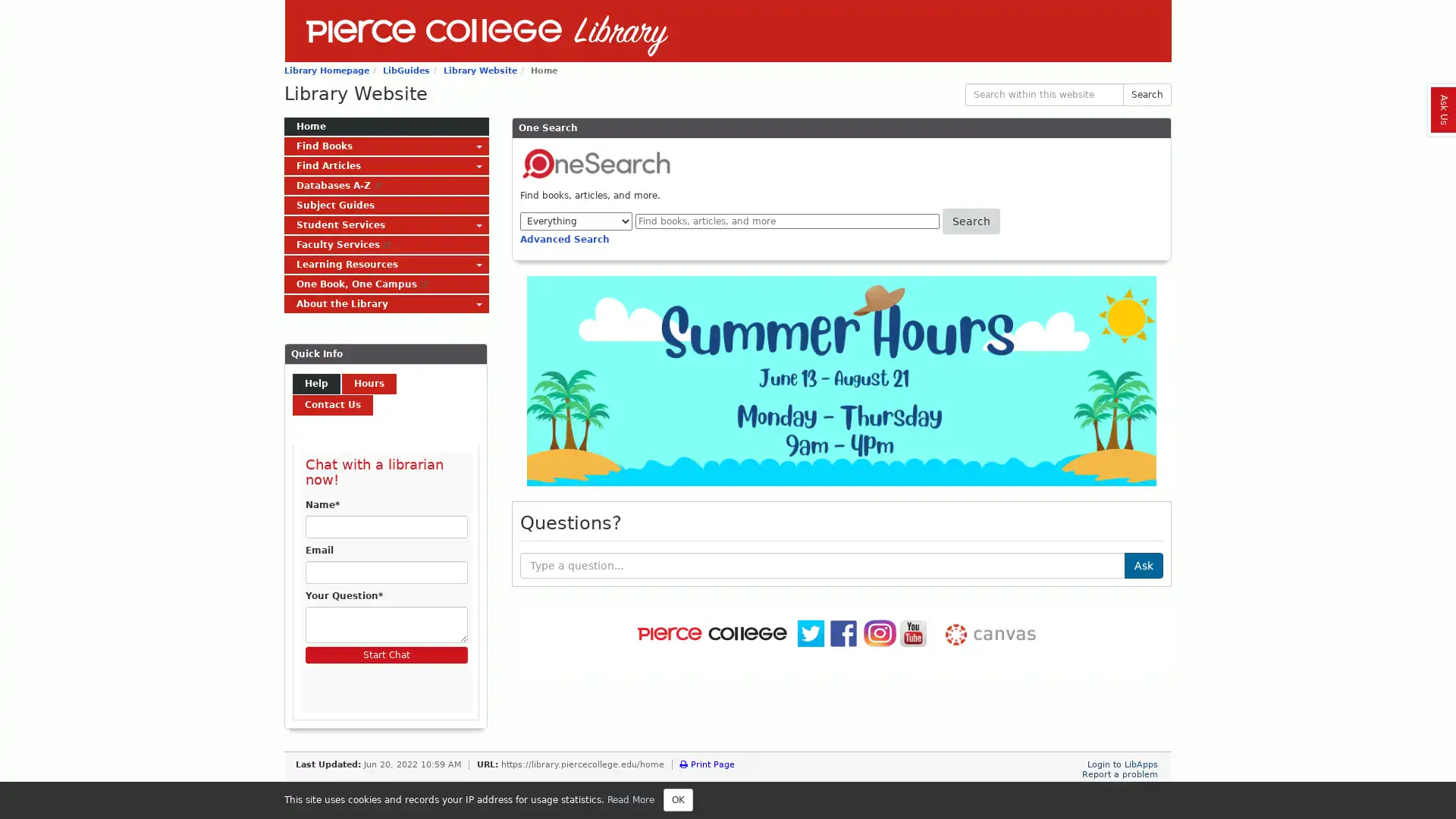  What do you see at coordinates (1144, 564) in the screenshot?
I see `Ask` at bounding box center [1144, 564].